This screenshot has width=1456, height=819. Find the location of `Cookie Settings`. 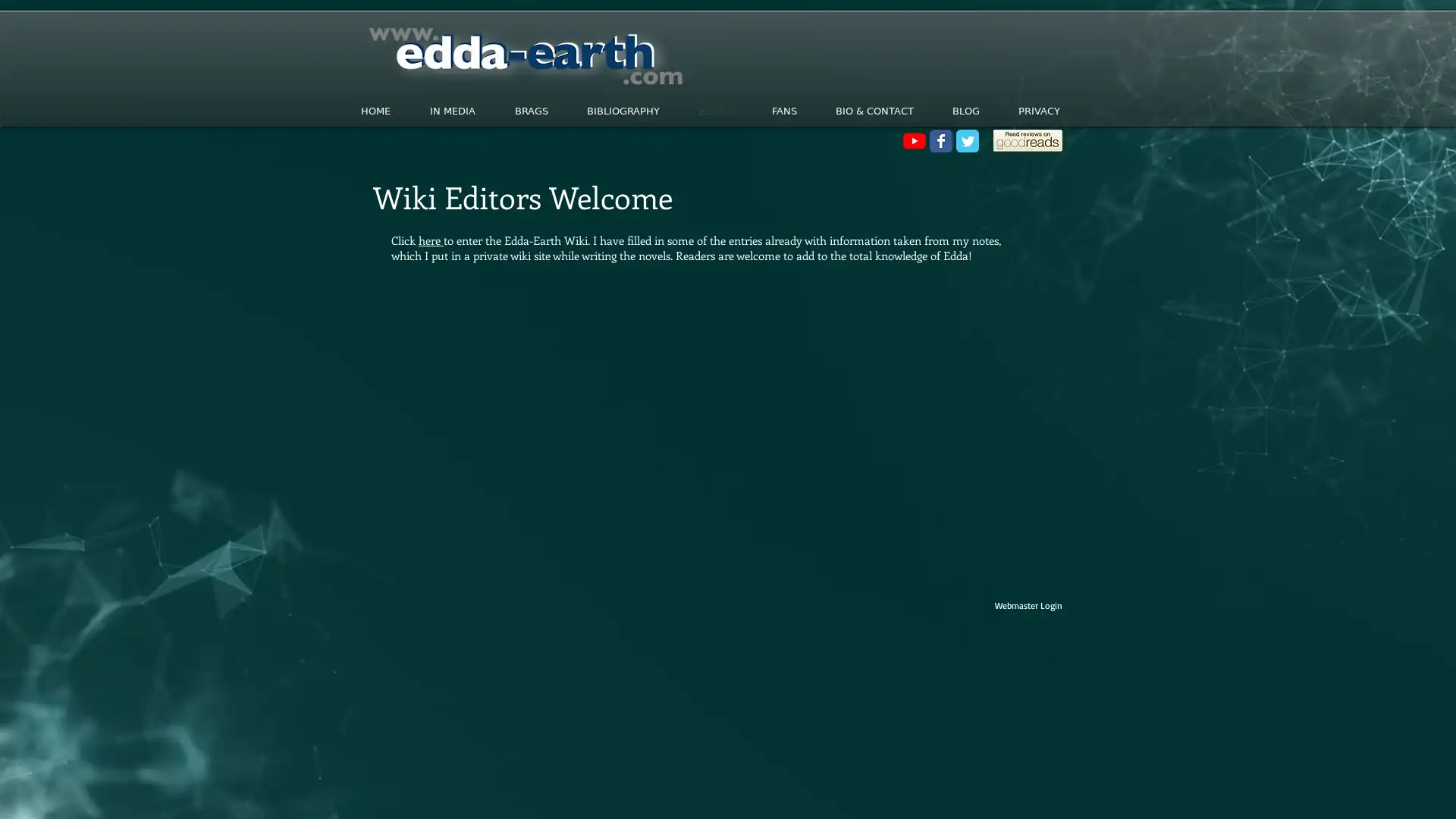

Cookie Settings is located at coordinates (1291, 792).